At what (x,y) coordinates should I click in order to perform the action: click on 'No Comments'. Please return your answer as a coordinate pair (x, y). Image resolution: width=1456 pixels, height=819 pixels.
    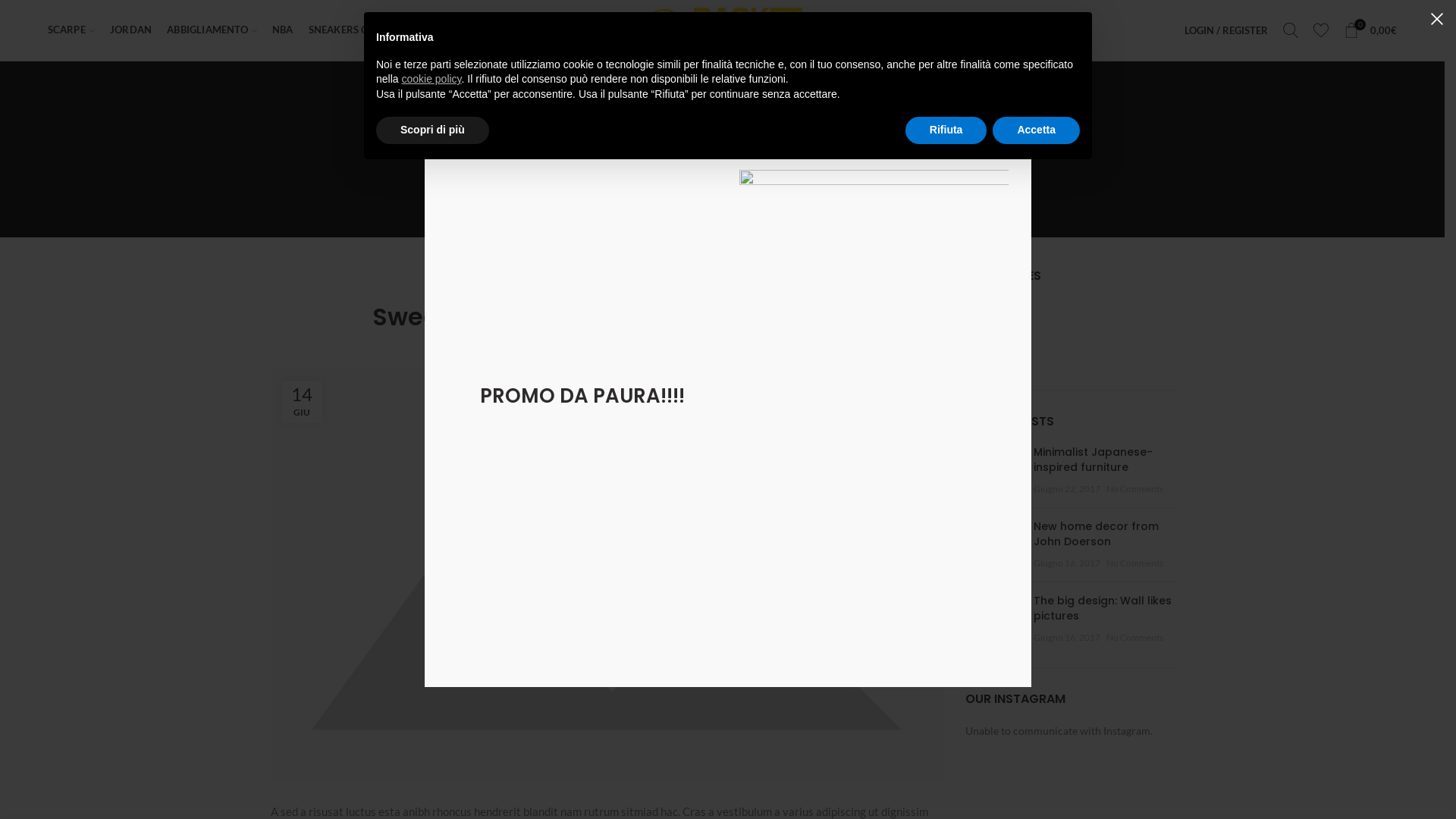
    Looking at the image, I should click on (1134, 488).